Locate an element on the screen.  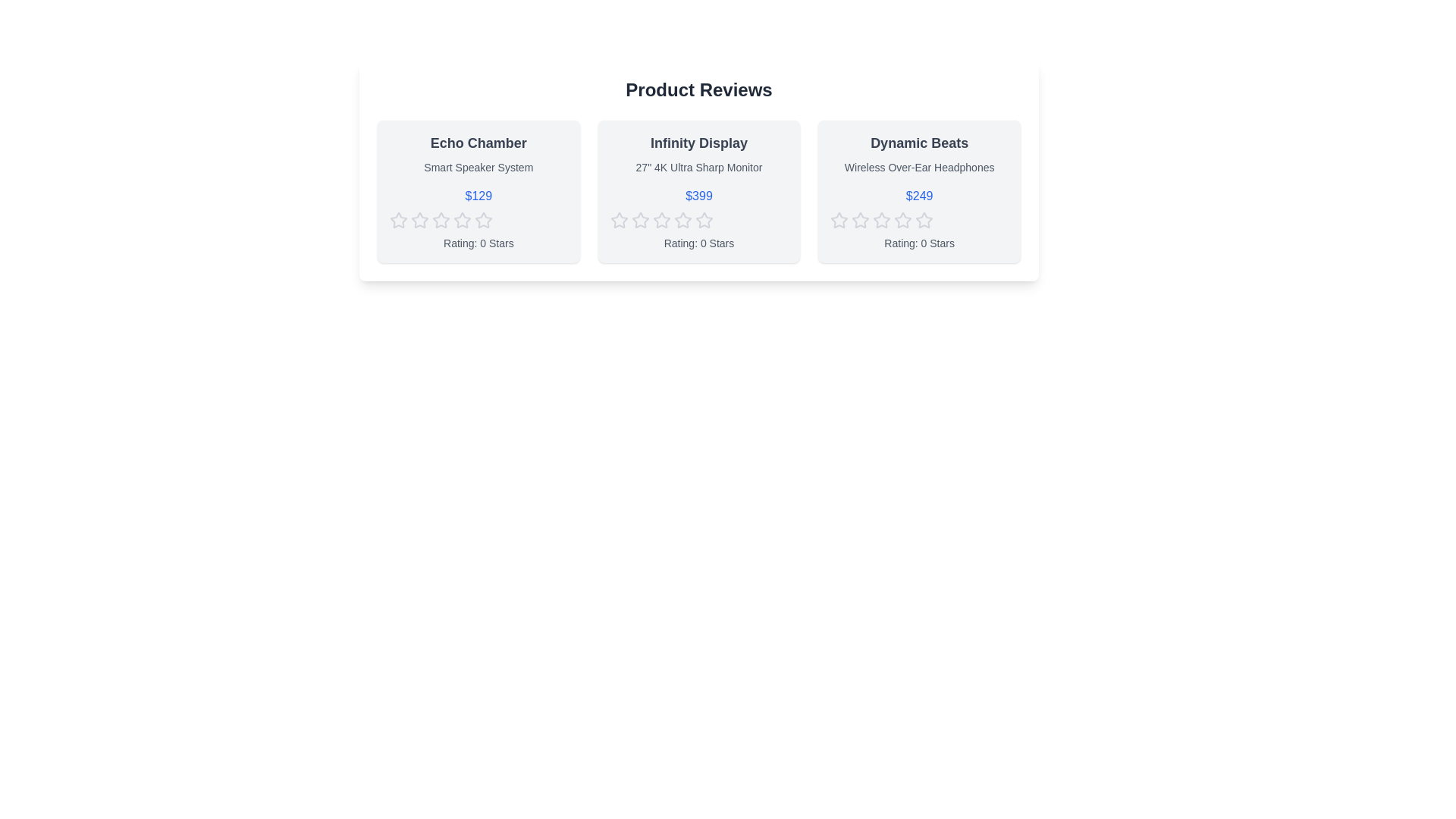
the fourth star icon in the star rating component to rate the 'Dynamic Beats' product is located at coordinates (882, 220).